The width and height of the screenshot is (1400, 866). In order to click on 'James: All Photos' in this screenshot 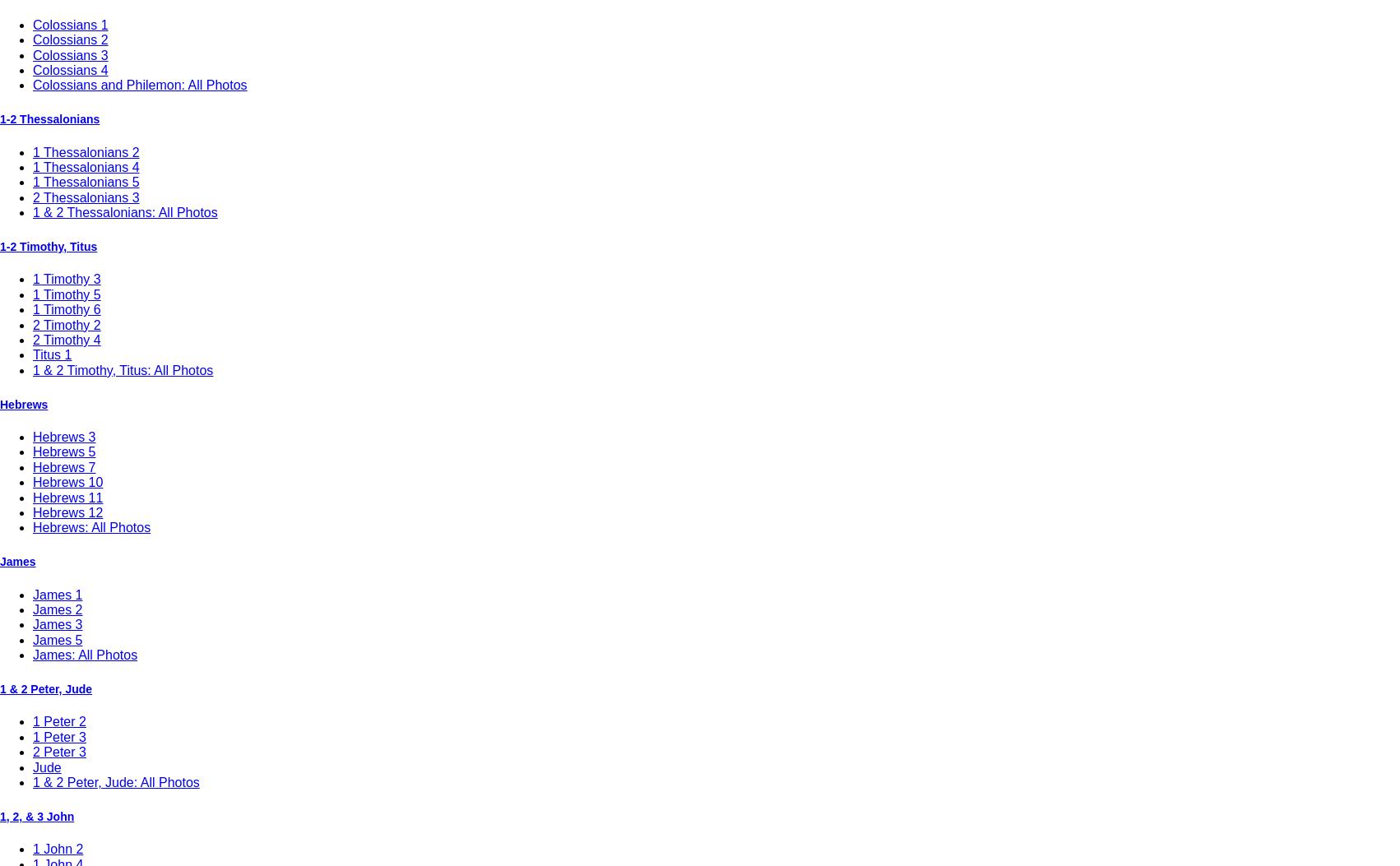, I will do `click(85, 655)`.